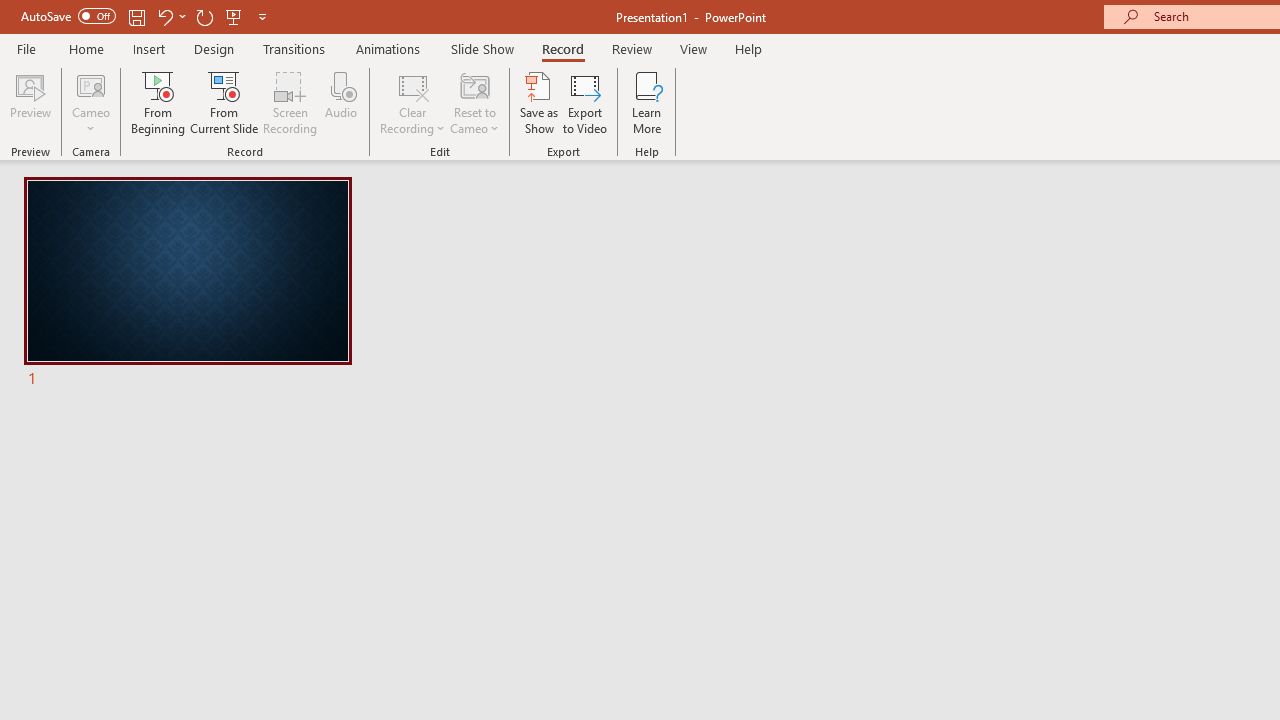 The height and width of the screenshot is (720, 1280). What do you see at coordinates (224, 103) in the screenshot?
I see `'From Current Slide...'` at bounding box center [224, 103].